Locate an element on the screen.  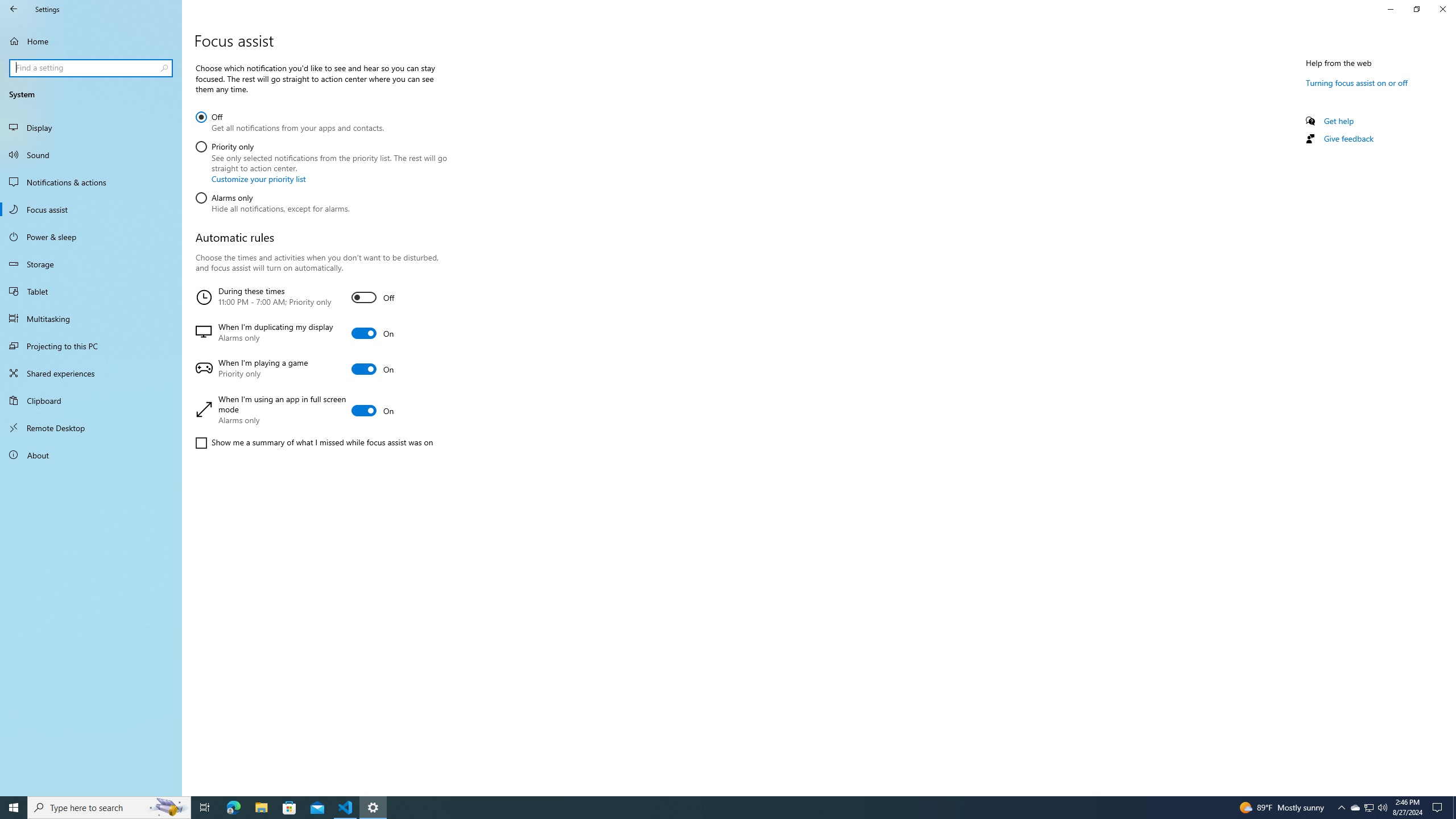
'Clipboard' is located at coordinates (90, 400).